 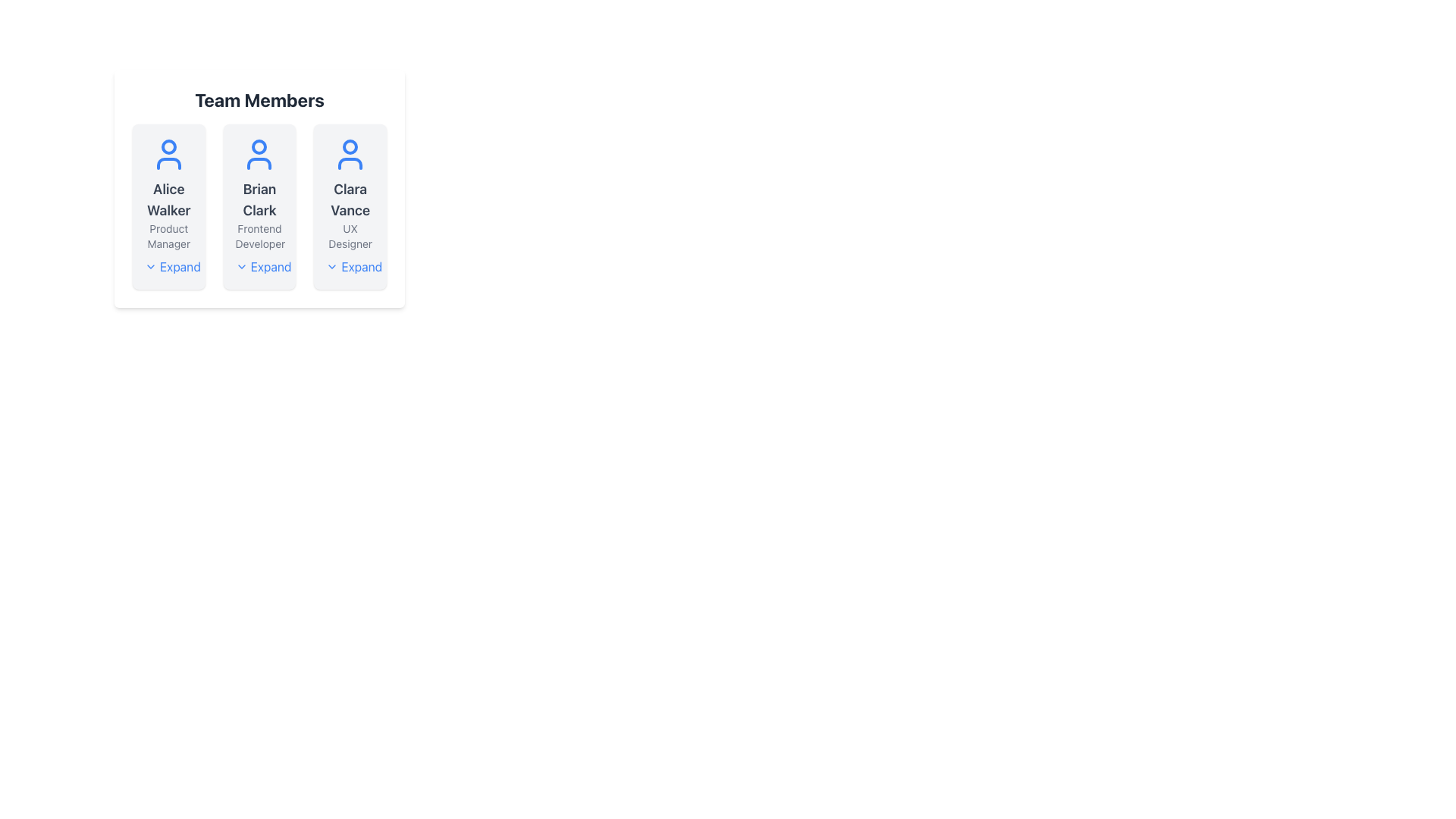 I want to click on the text element that indicates the name 'Brian Clark' within the profile card, located above 'Frontend Developer' and below the user icon, so click(x=259, y=199).